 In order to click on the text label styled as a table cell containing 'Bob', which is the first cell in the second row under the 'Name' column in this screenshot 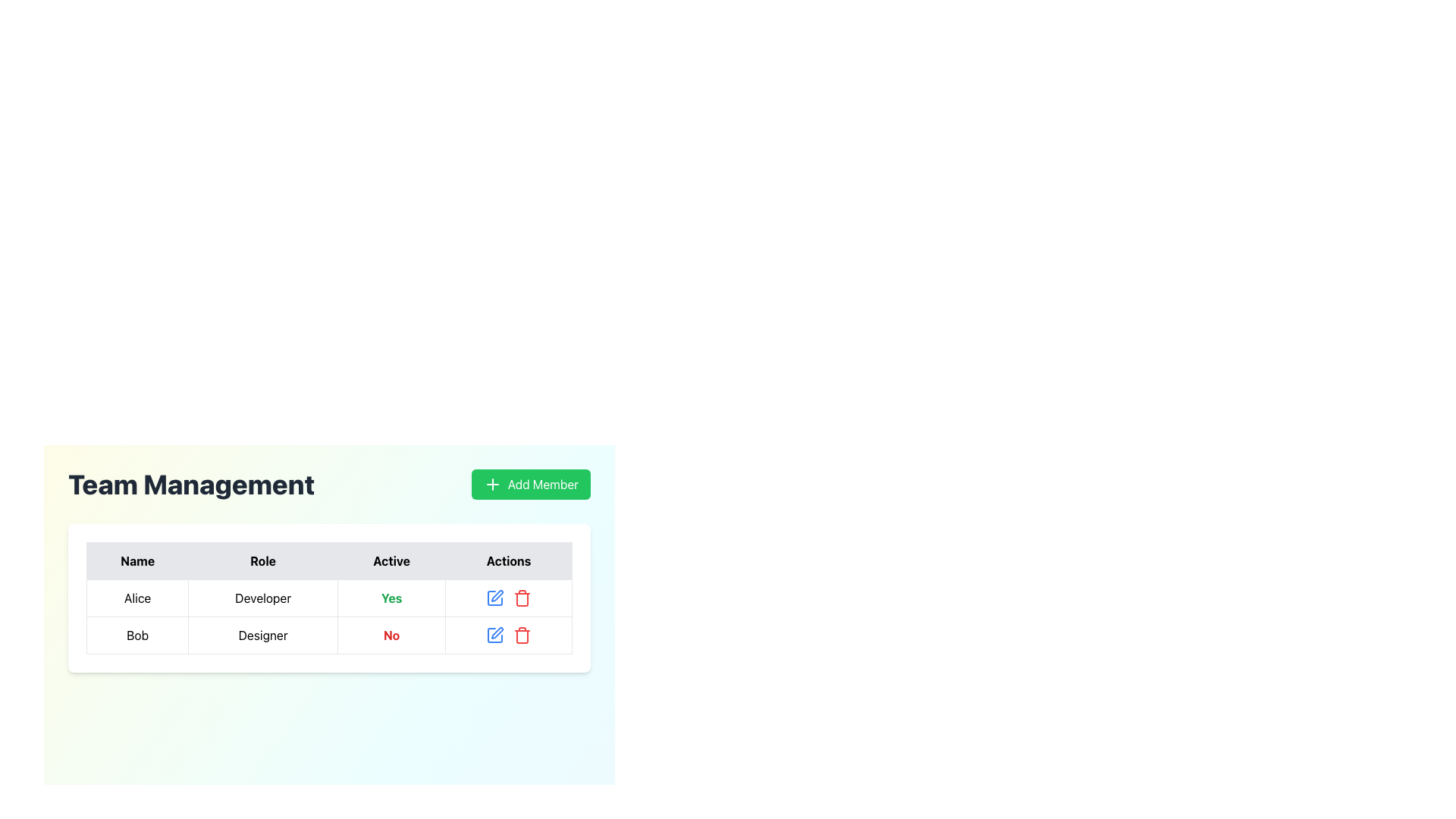, I will do `click(137, 635)`.